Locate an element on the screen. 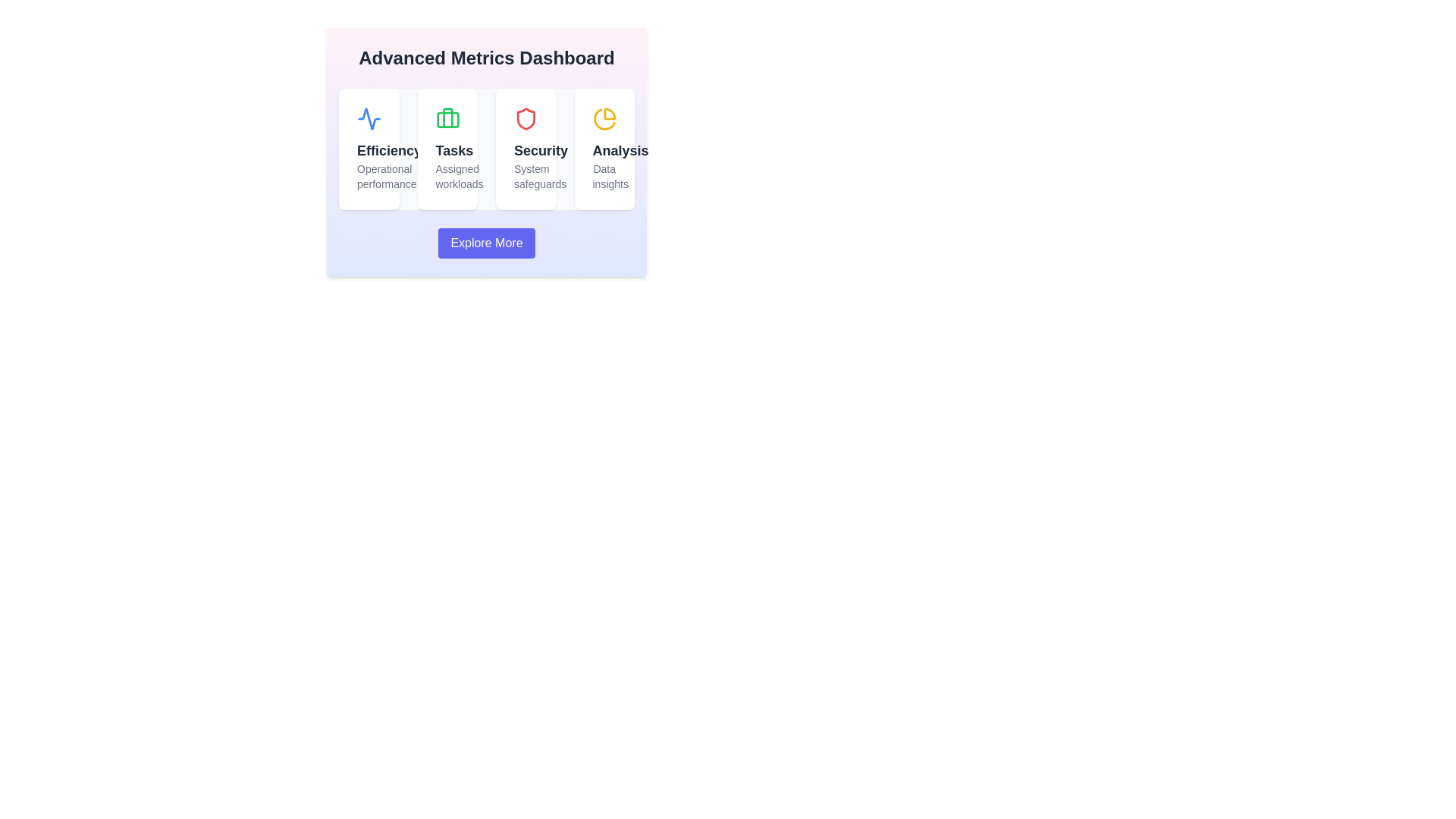 The image size is (1456, 819). the small text label that contains the phrase 'Operational performance', which is styled in gray and positioned below the bold title 'Efficiency' within a white card is located at coordinates (369, 175).